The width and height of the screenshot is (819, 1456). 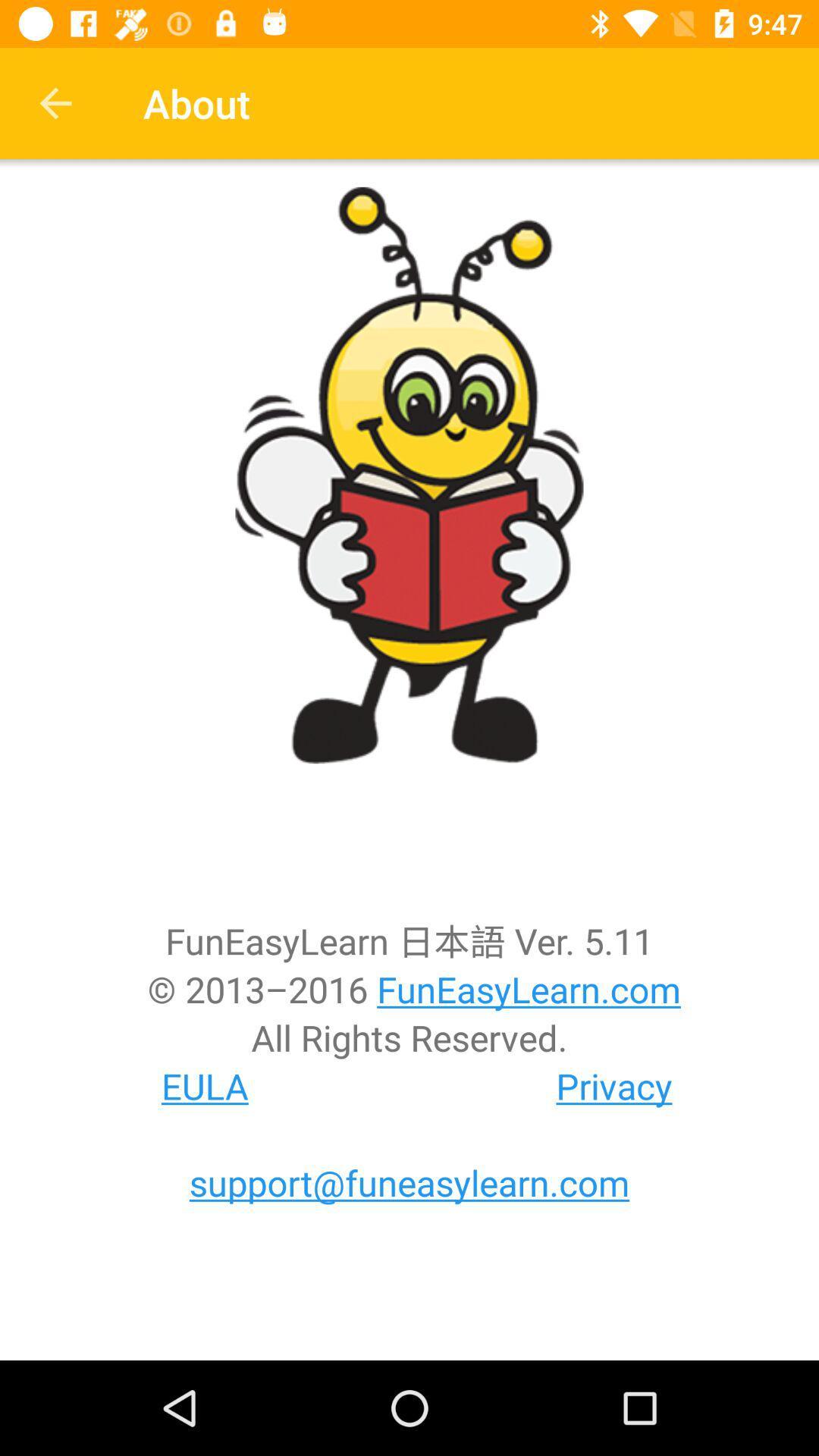 I want to click on icon next to privacy item, so click(x=205, y=1085).